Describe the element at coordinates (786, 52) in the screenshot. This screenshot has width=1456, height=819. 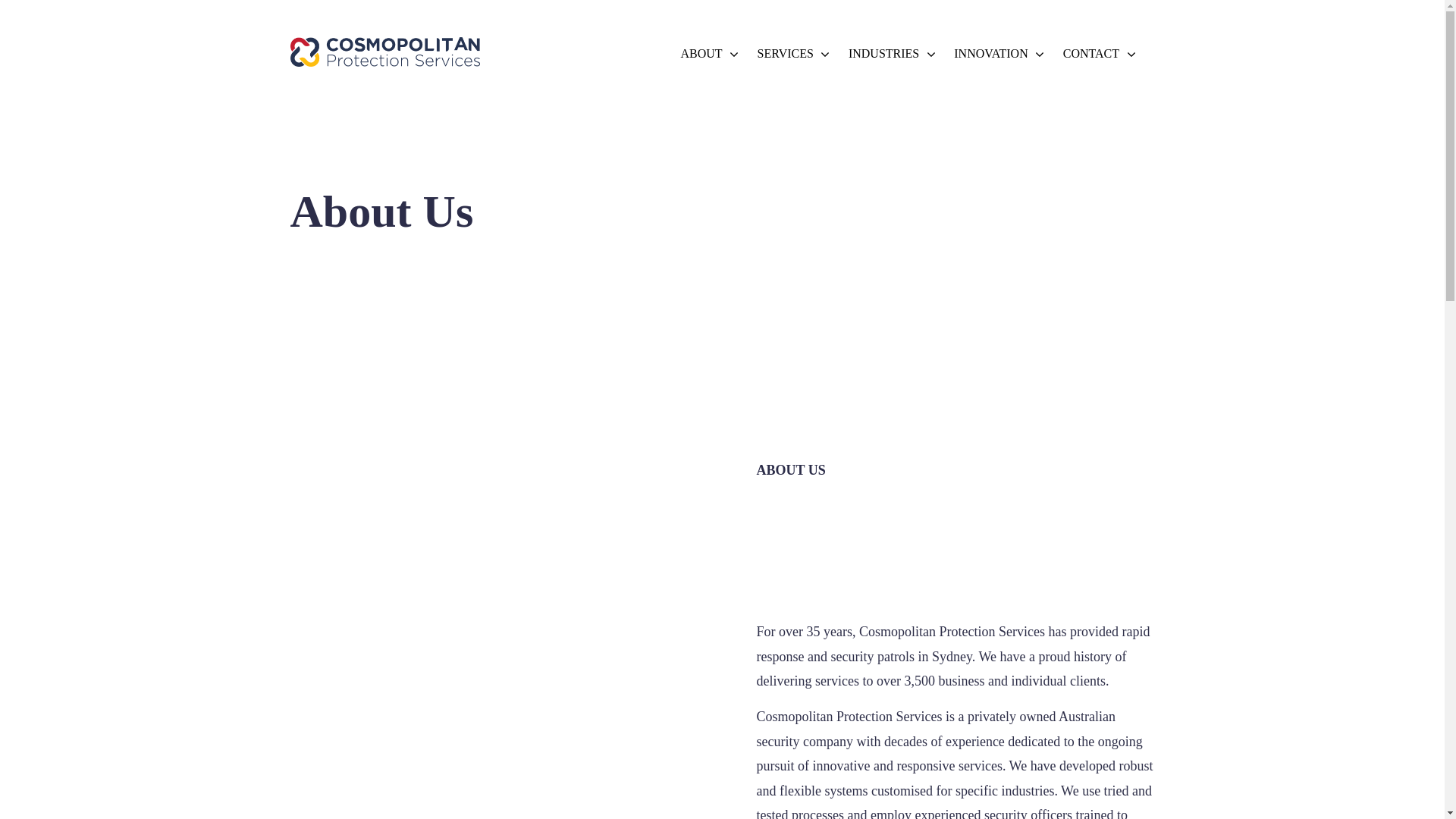
I see `'SERVICES'` at that location.